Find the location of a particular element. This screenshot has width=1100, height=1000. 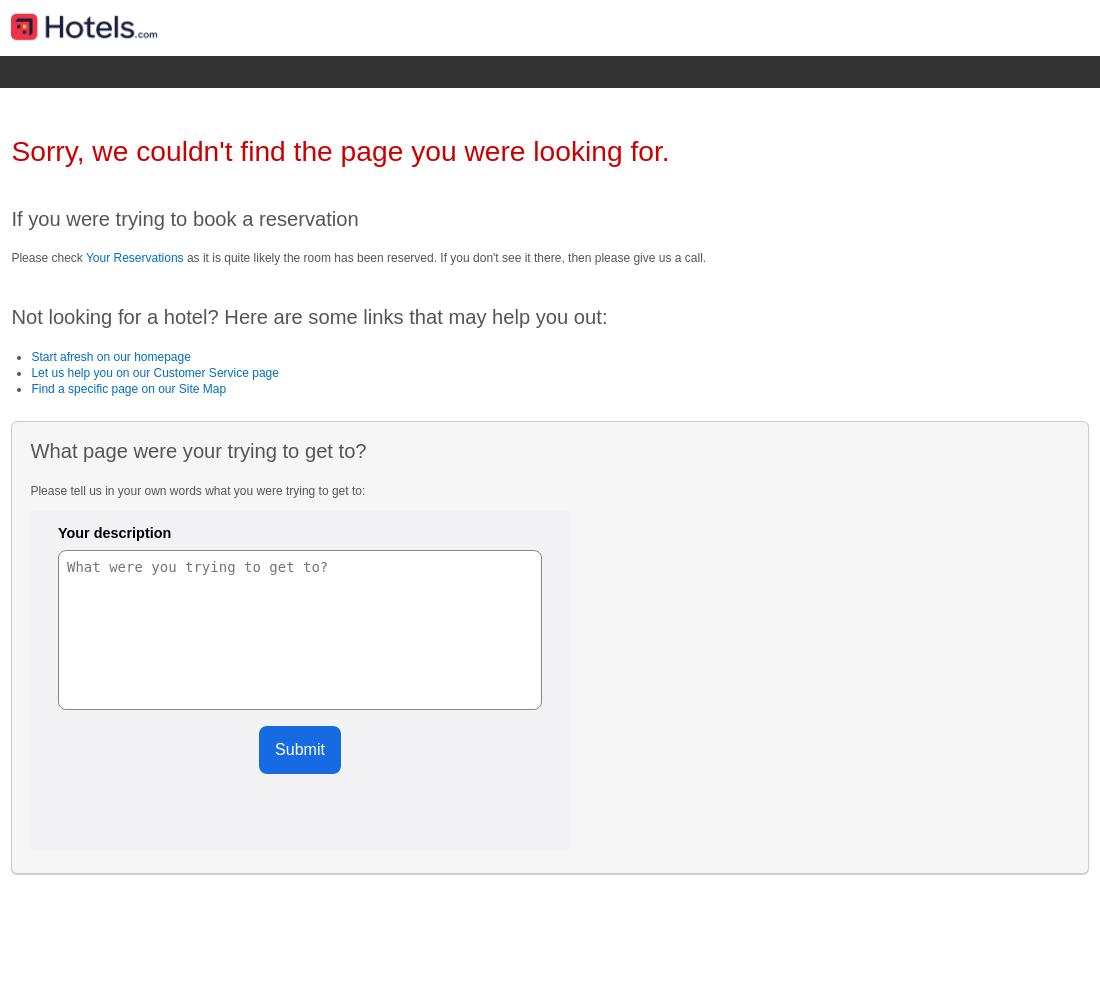

'Your Reservations' is located at coordinates (133, 257).